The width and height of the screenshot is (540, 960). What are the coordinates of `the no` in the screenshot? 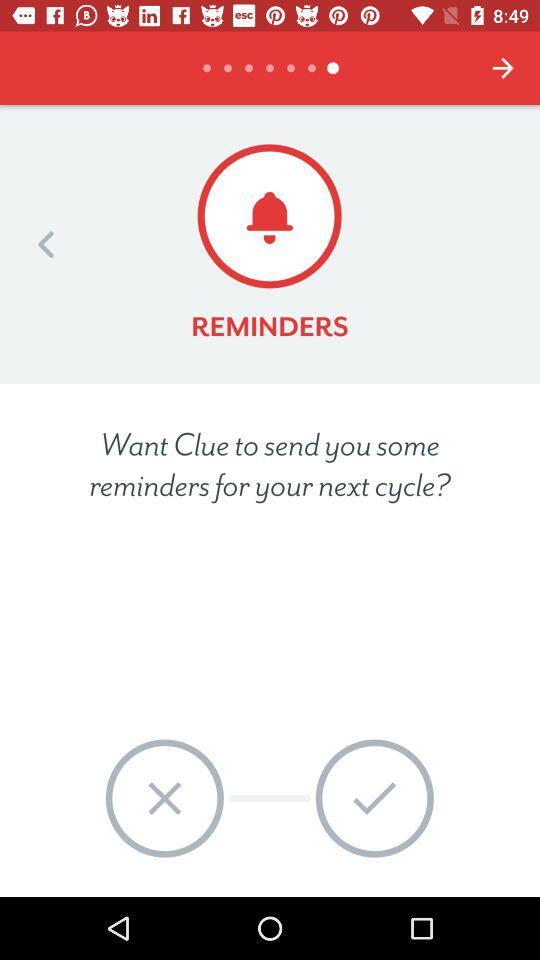 It's located at (163, 798).